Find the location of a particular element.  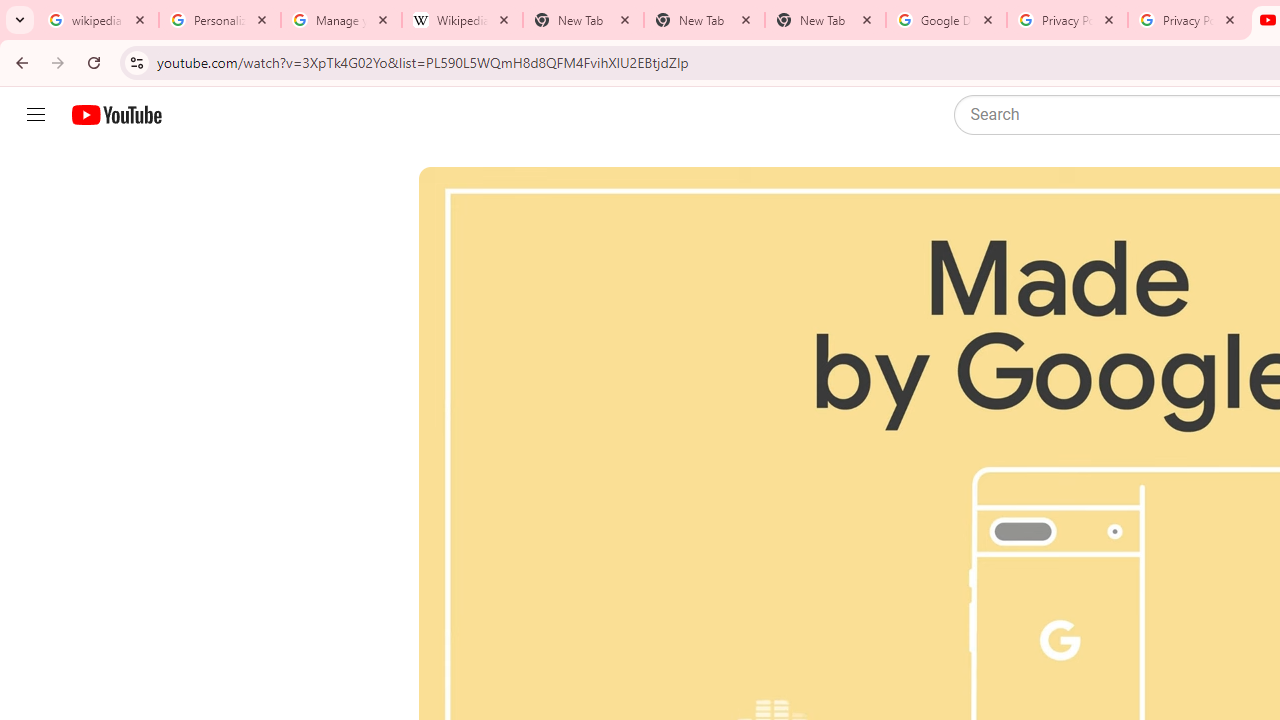

'Manage your Location History - Google Search Help' is located at coordinates (341, 20).